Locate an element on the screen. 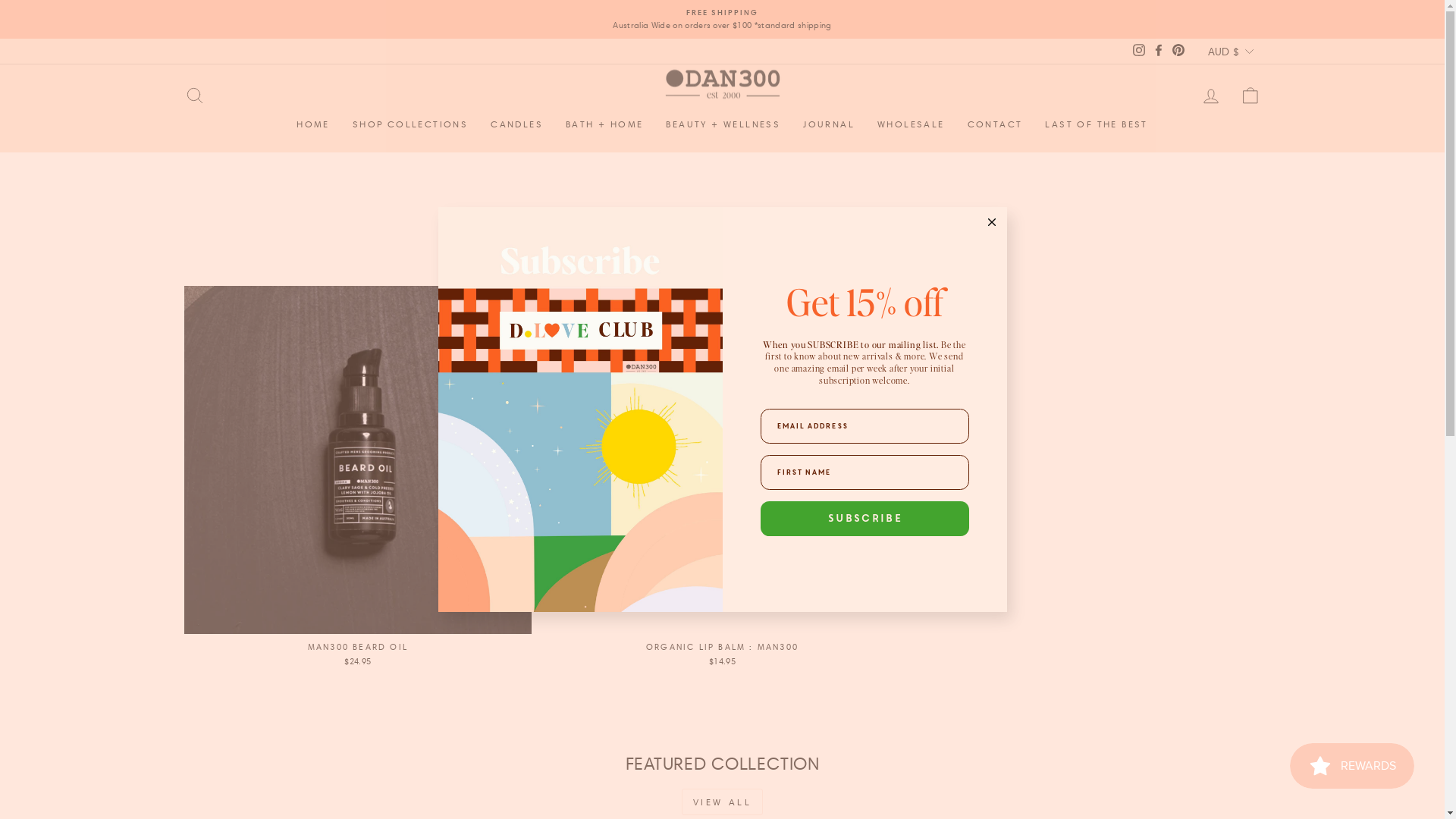  'BATH + HOME' is located at coordinates (603, 124).